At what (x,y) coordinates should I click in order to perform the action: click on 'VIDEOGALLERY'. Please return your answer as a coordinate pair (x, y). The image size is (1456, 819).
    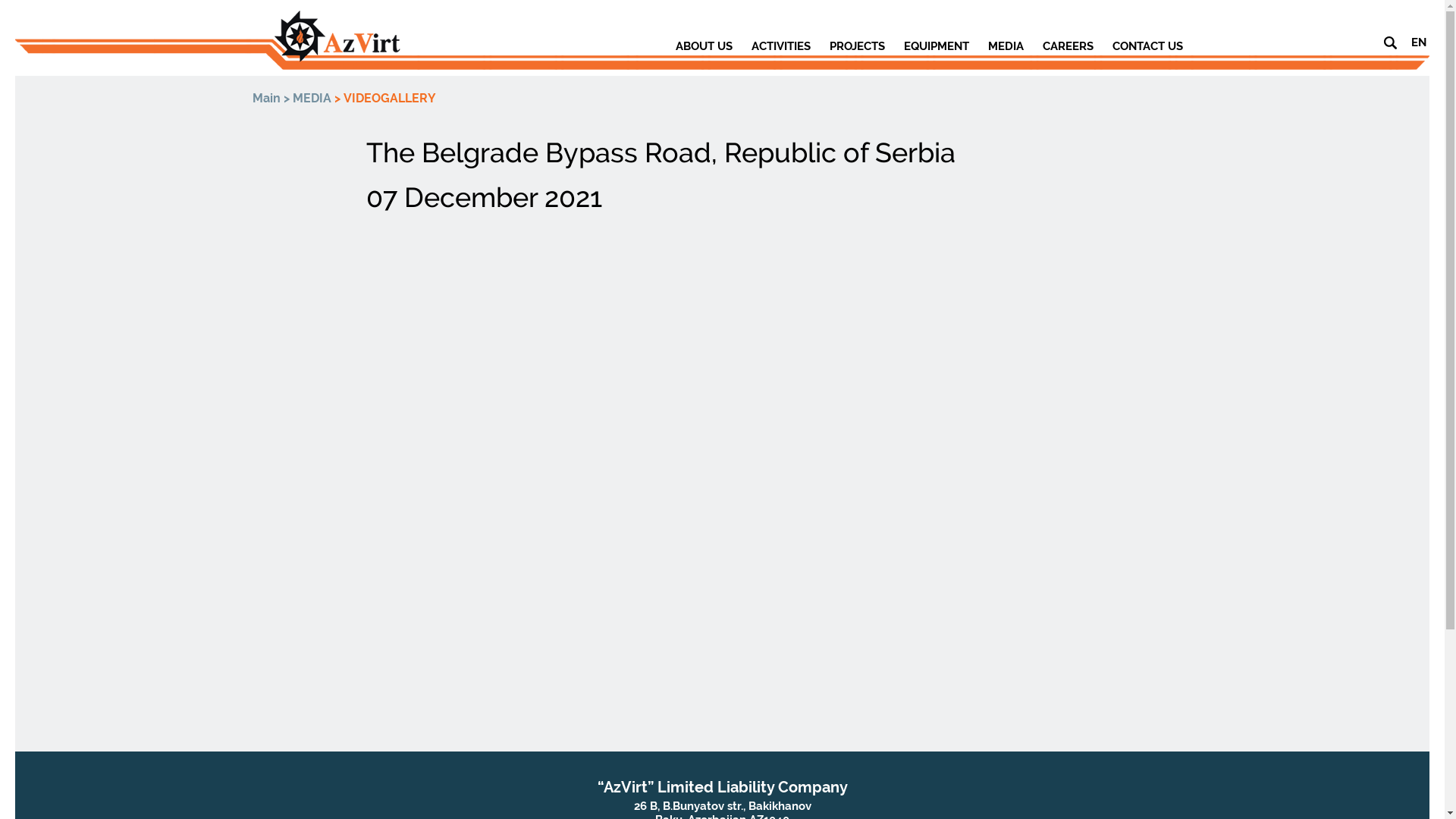
    Looking at the image, I should click on (389, 98).